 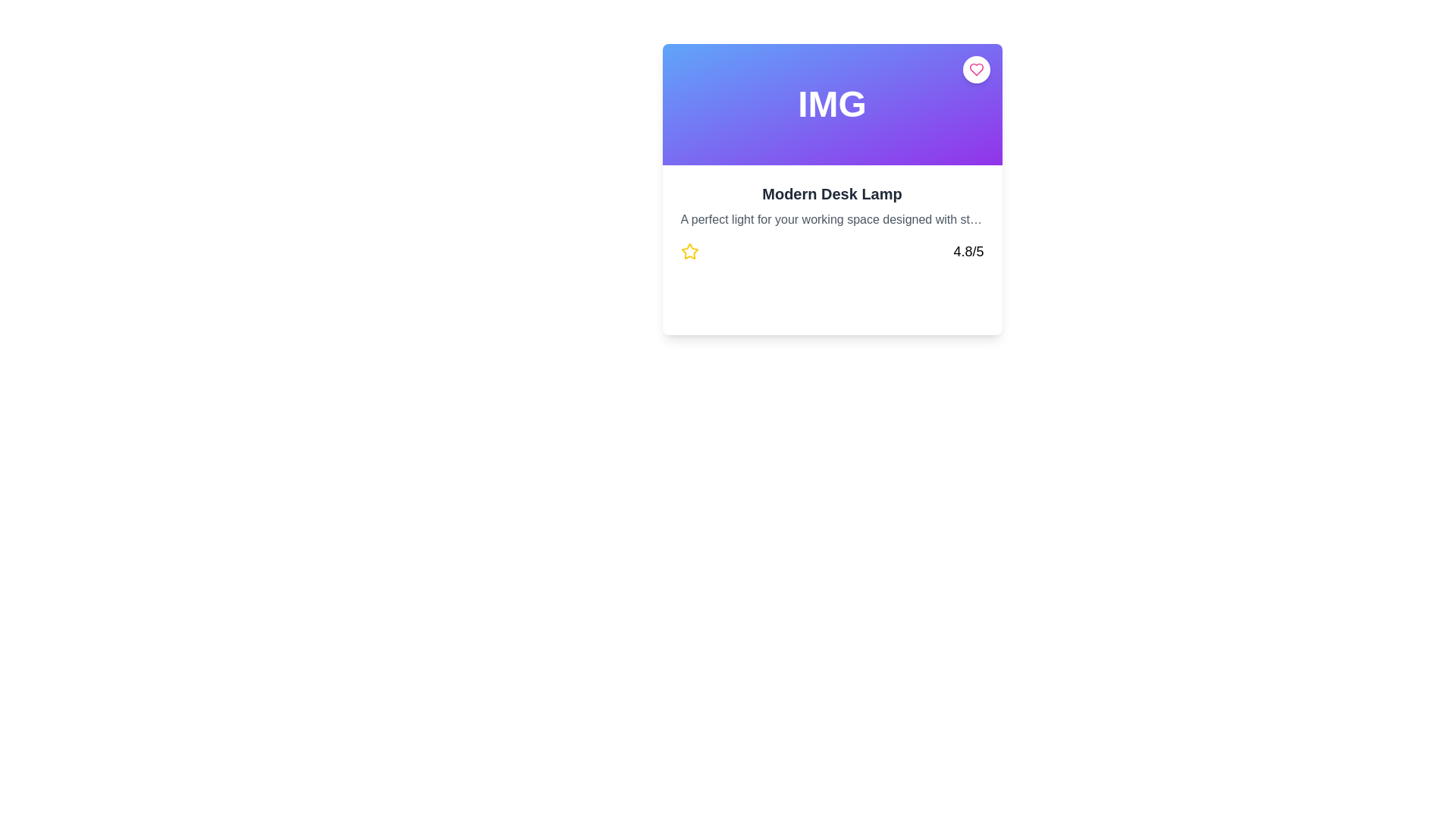 What do you see at coordinates (976, 70) in the screenshot?
I see `the heart icon located in the top-right corner of the card component to mark the associated item as a favorite` at bounding box center [976, 70].